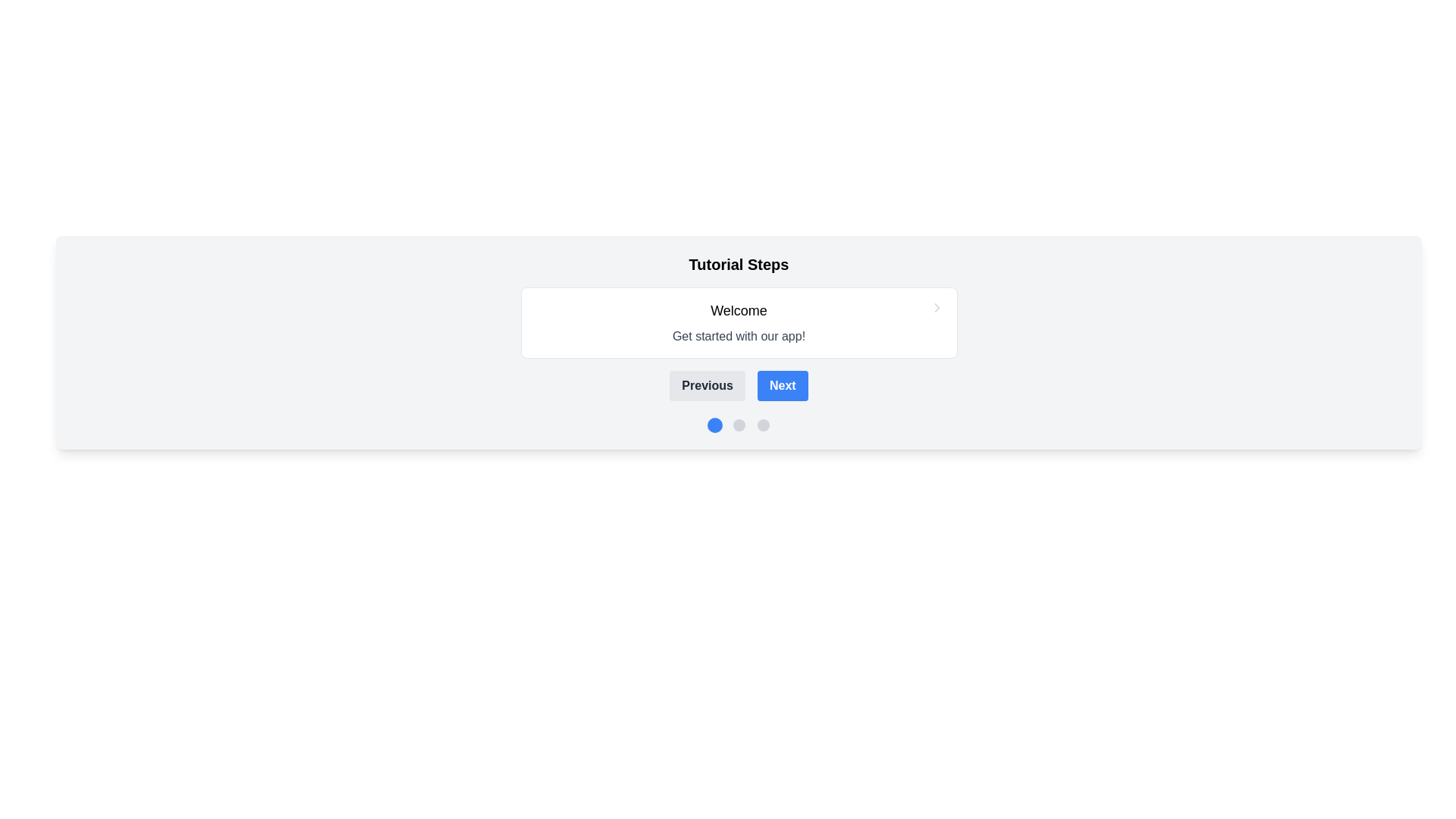  Describe the element at coordinates (739, 263) in the screenshot. I see `the text label or heading that contains 'Tutorial Steps', which is styled in bold and enlarged font and located at the upper part of a centralized section with a light gray background` at that location.